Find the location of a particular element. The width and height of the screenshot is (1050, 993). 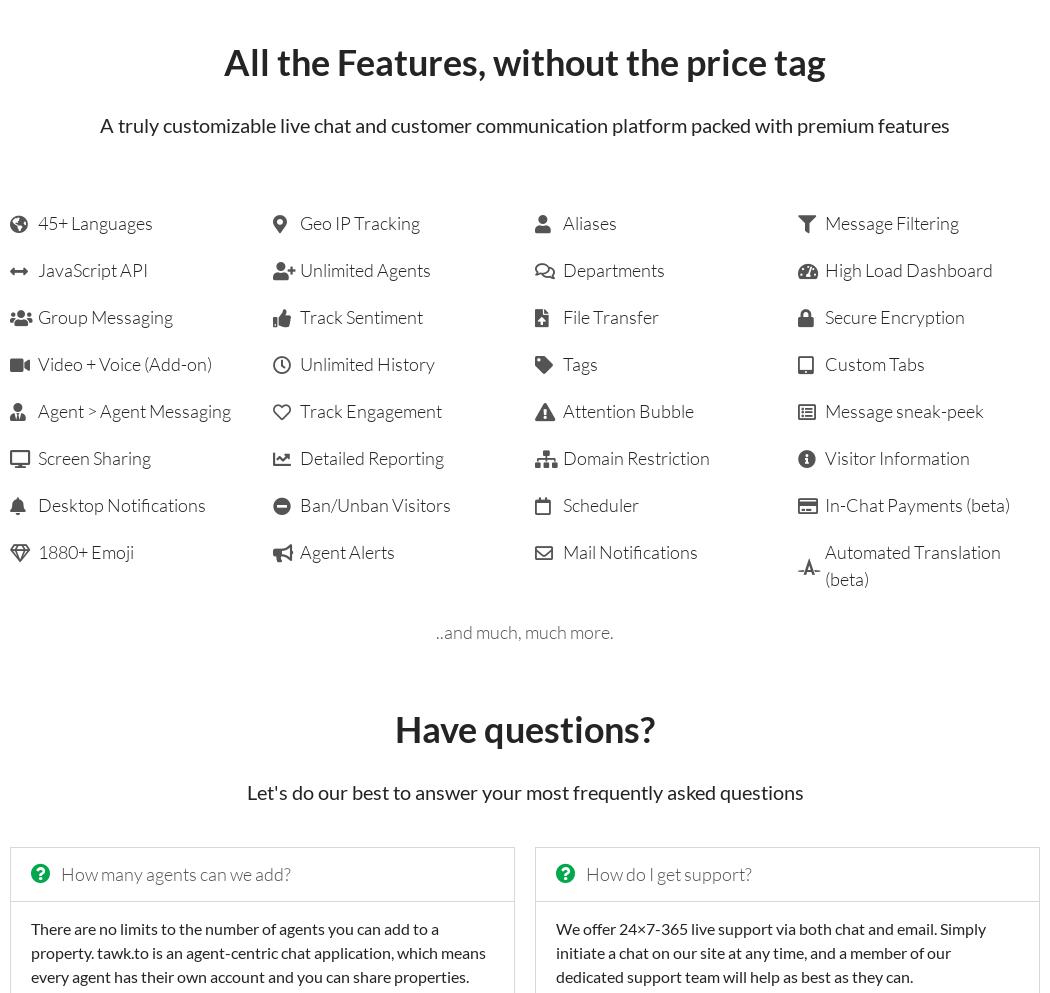

'How many agents can we add?' is located at coordinates (175, 873).